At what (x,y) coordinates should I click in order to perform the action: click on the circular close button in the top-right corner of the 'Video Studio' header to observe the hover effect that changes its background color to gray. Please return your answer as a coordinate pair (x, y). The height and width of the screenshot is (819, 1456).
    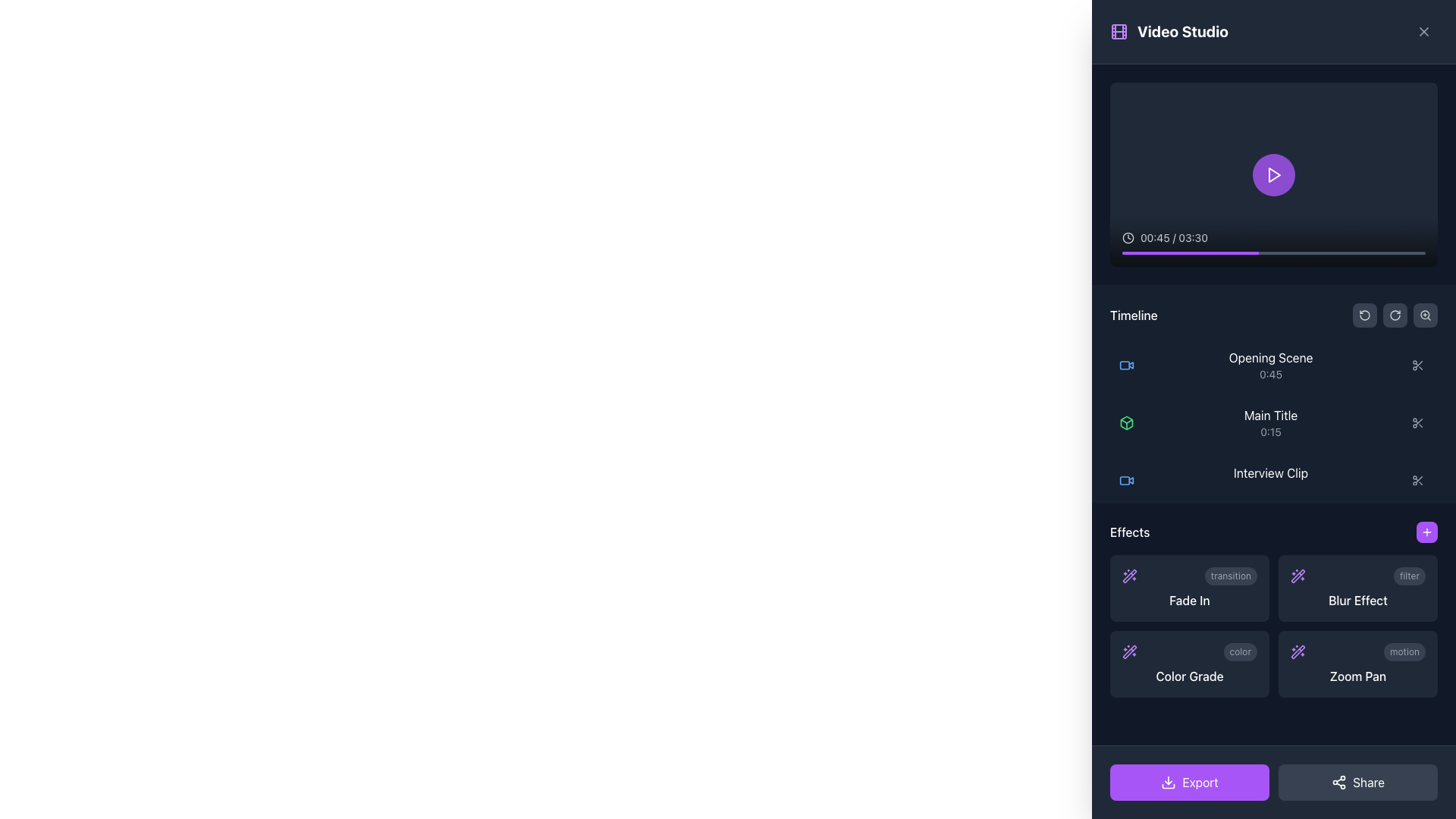
    Looking at the image, I should click on (1423, 32).